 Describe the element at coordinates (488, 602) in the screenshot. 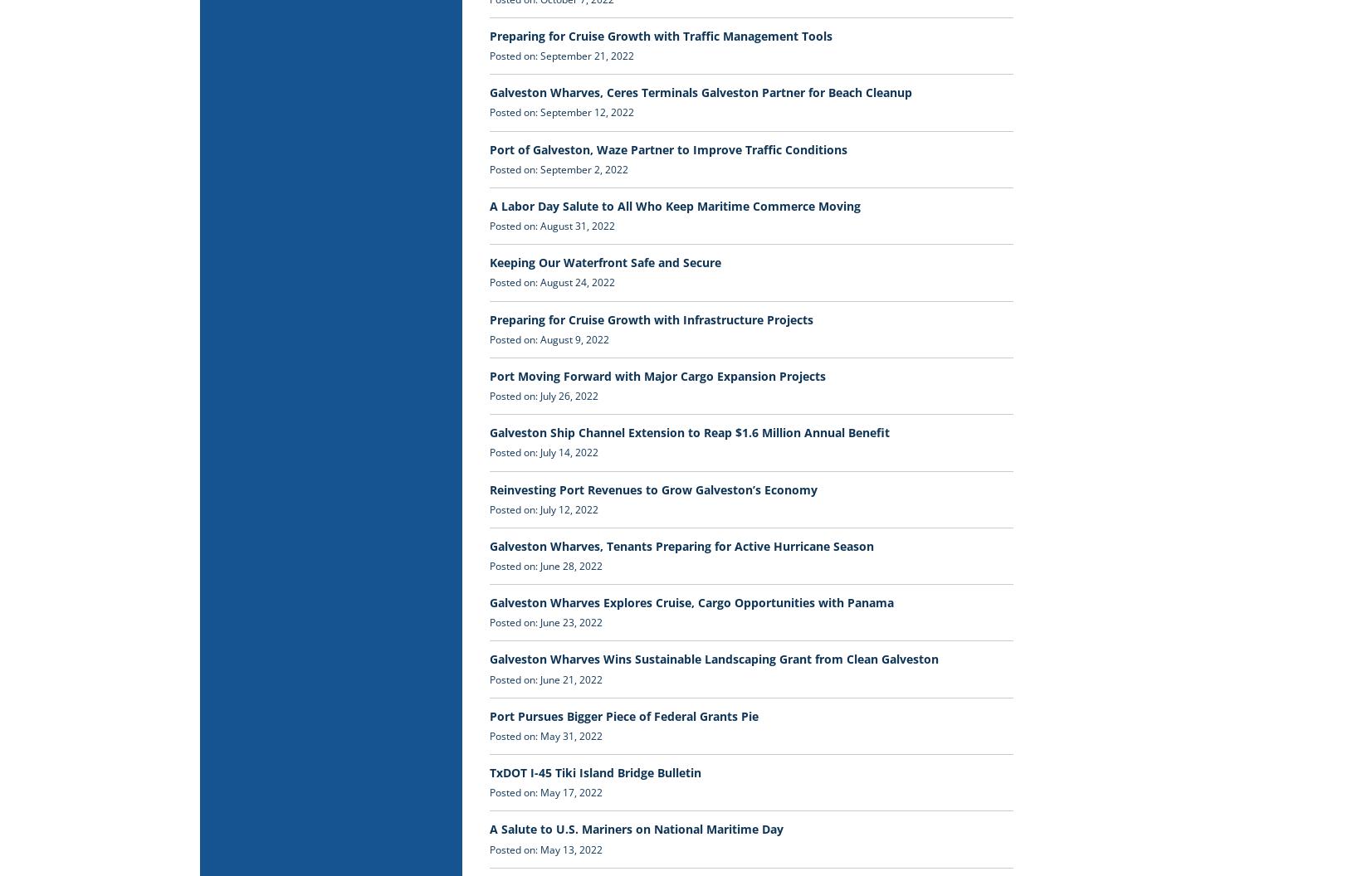

I see `'Galveston Wharves Explores Cruise, Cargo Opportunities with Panama'` at that location.